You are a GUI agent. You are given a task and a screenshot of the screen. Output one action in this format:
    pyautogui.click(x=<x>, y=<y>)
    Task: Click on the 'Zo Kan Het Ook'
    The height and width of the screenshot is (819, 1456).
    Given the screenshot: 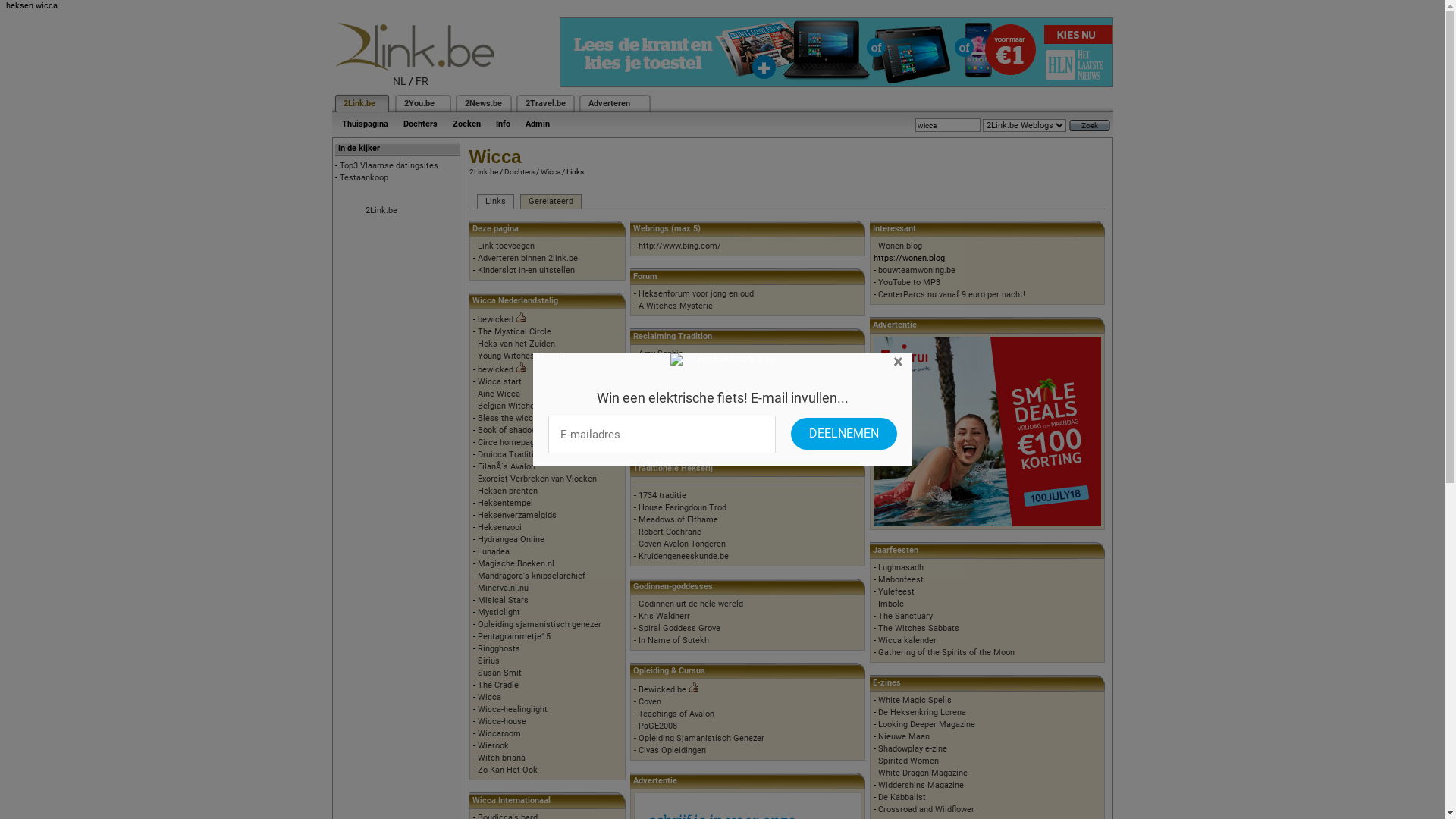 What is the action you would take?
    pyautogui.click(x=507, y=770)
    